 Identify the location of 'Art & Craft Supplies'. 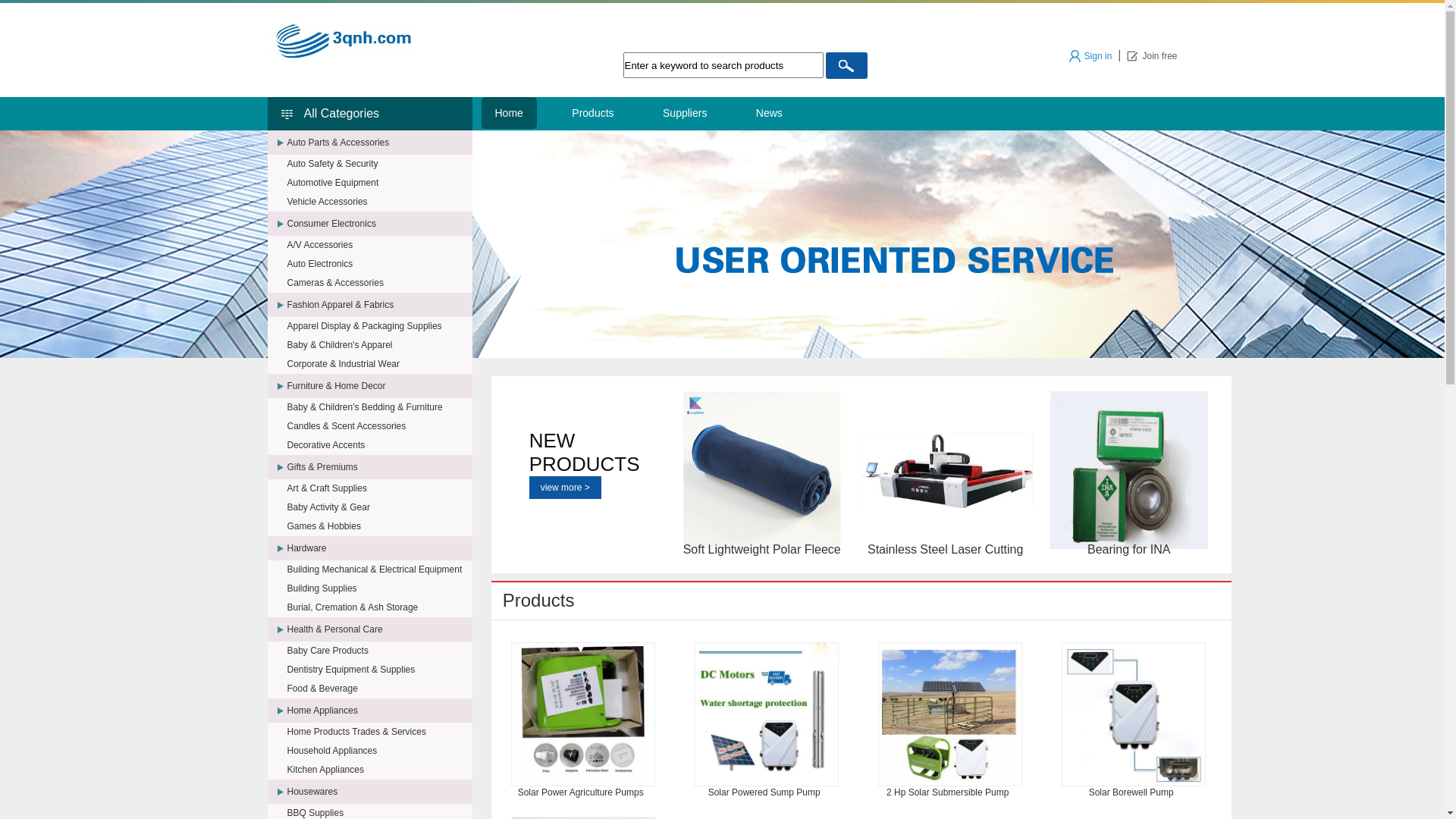
(378, 488).